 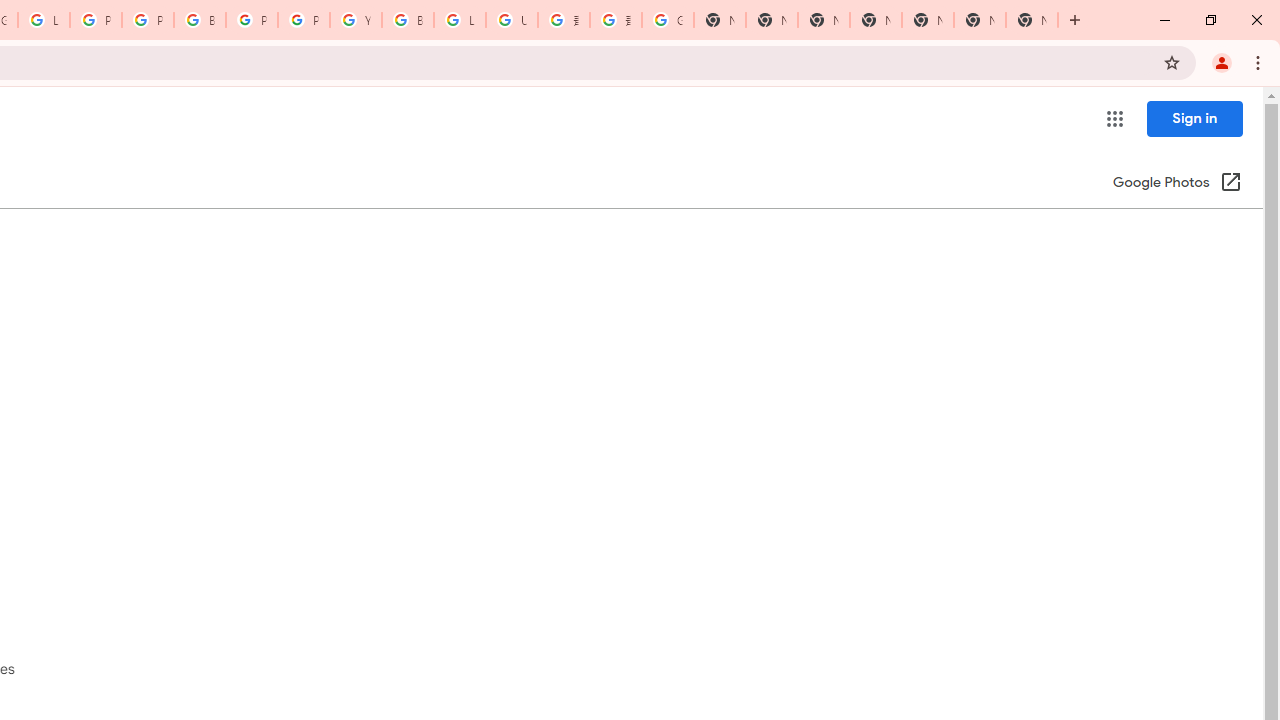 I want to click on 'Google Photos (Open in a new window)', so click(x=1177, y=183).